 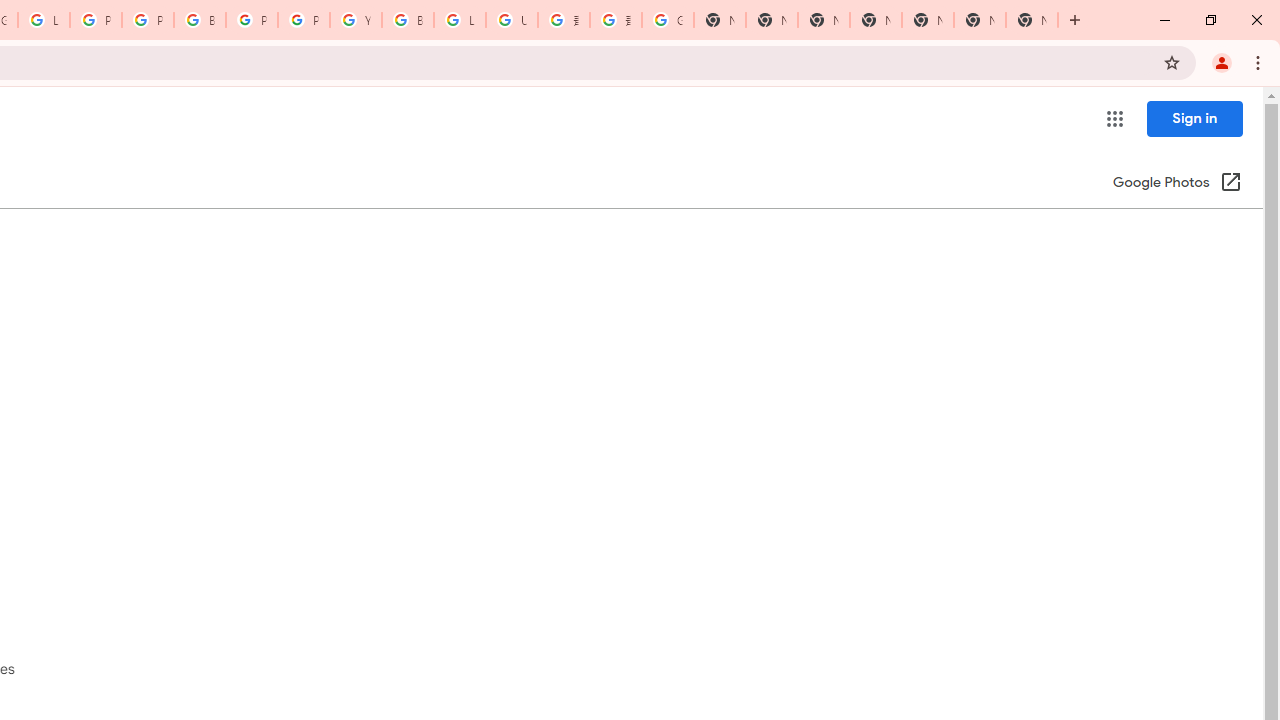 I want to click on 'Google Photos (Open in a new window)', so click(x=1177, y=183).